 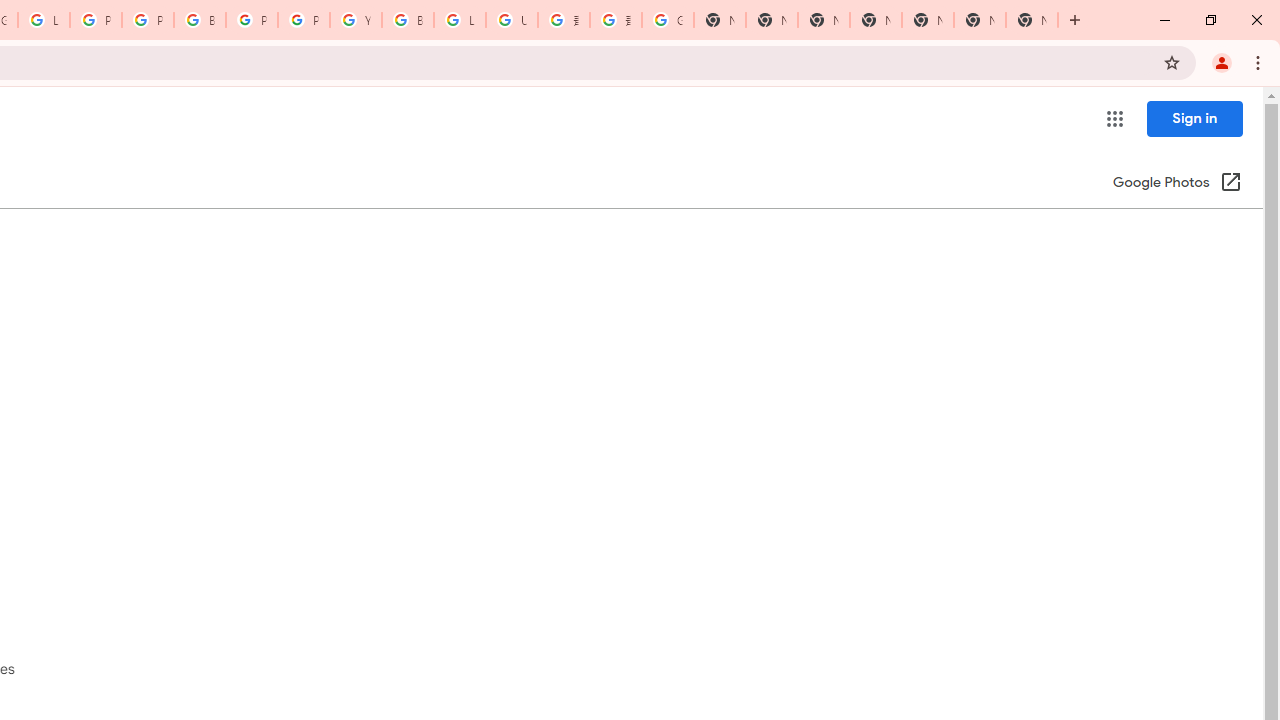 I want to click on 'Google Photos (Open in a new window)', so click(x=1177, y=183).